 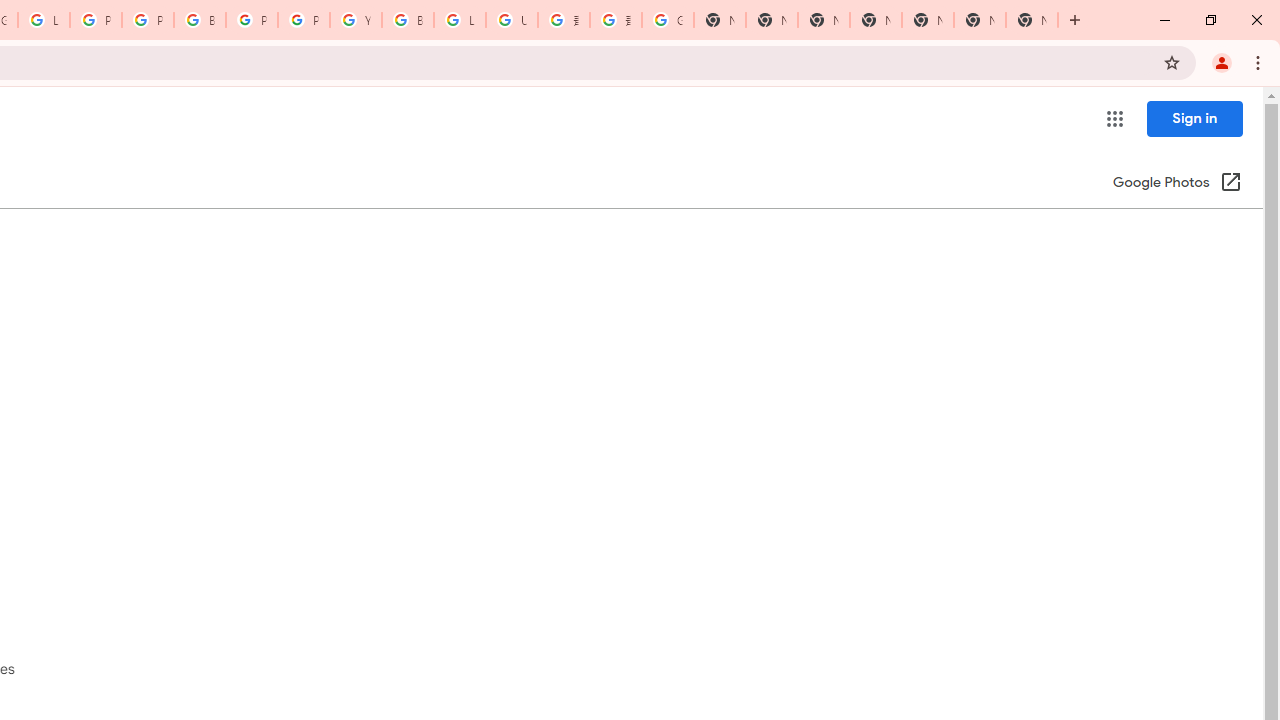 I want to click on 'Google Photos (Open in a new window)', so click(x=1177, y=183).